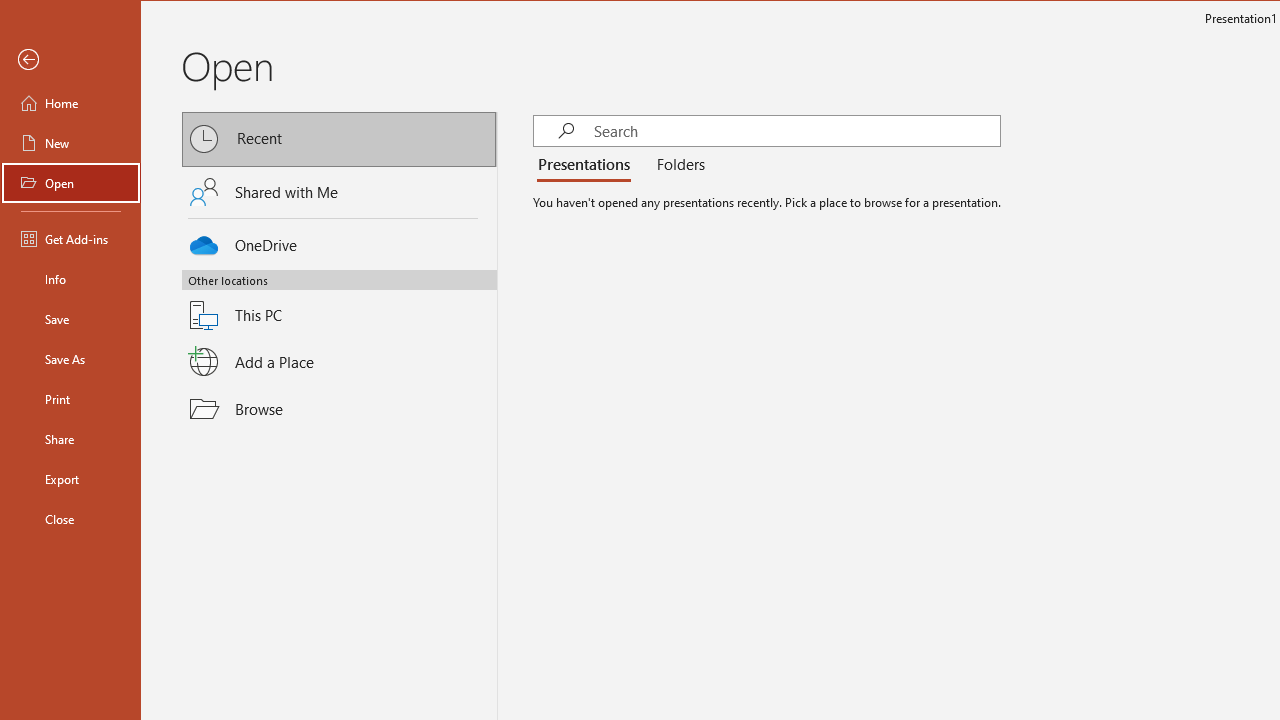 This screenshot has width=1280, height=720. What do you see at coordinates (339, 240) in the screenshot?
I see `'OneDrive'` at bounding box center [339, 240].